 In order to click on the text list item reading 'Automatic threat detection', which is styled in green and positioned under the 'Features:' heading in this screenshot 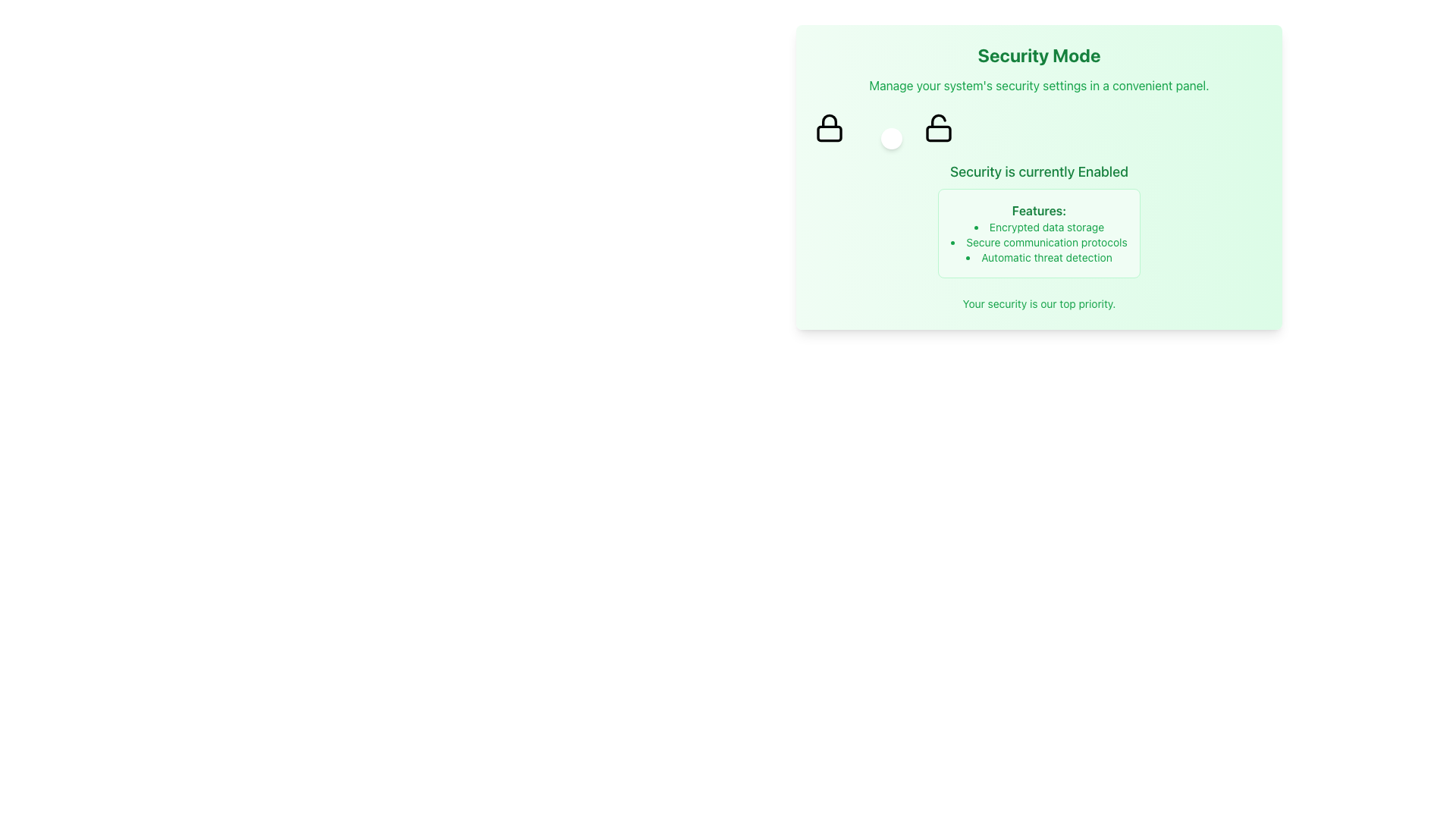, I will do `click(1038, 256)`.